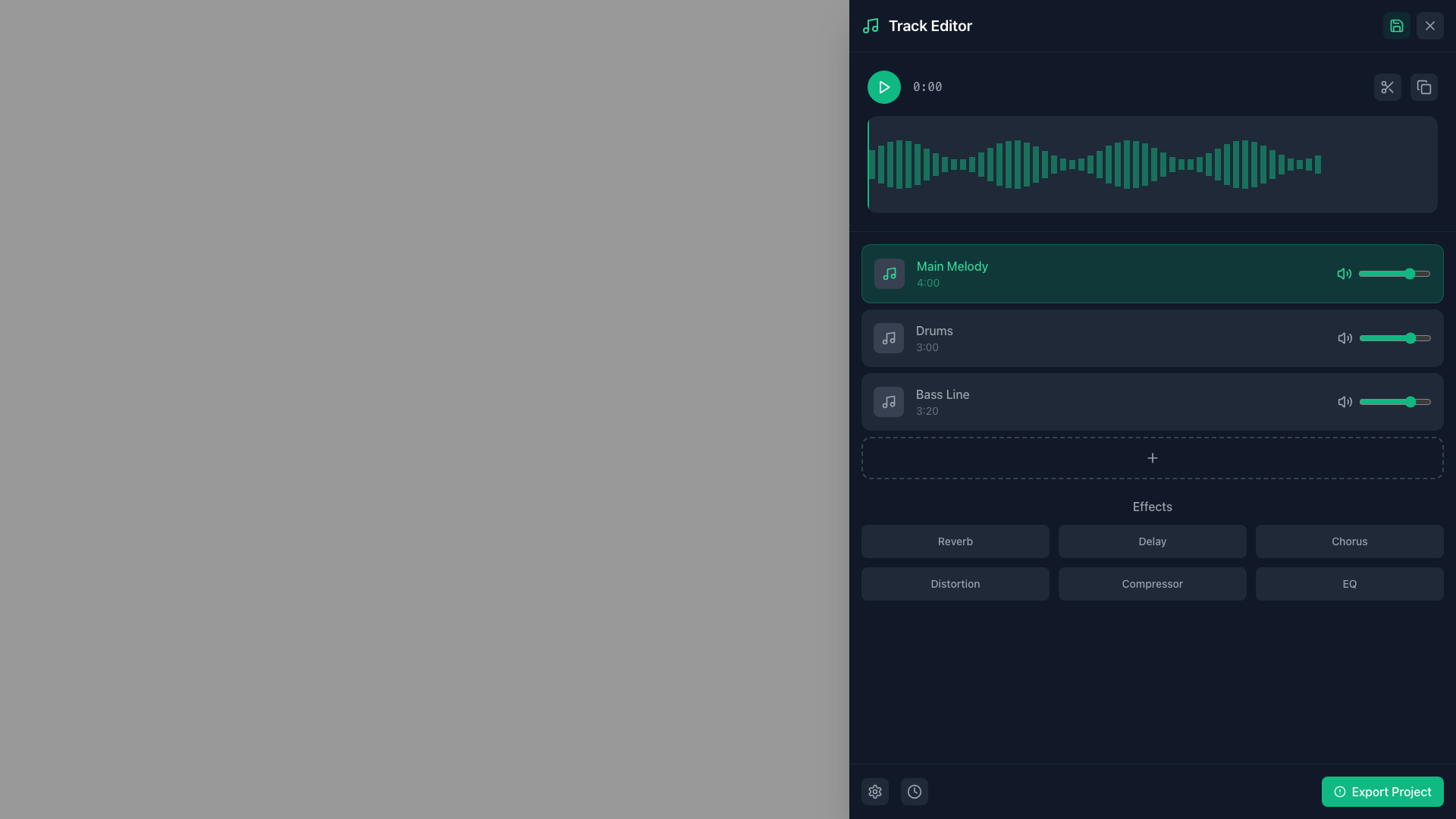 The height and width of the screenshot is (819, 1456). Describe the element at coordinates (1043, 164) in the screenshot. I see `the 20th Waveform Bar, which is a thin vertical bar with a green fill on a dark background, located at the center of the waveform visualization area` at that location.